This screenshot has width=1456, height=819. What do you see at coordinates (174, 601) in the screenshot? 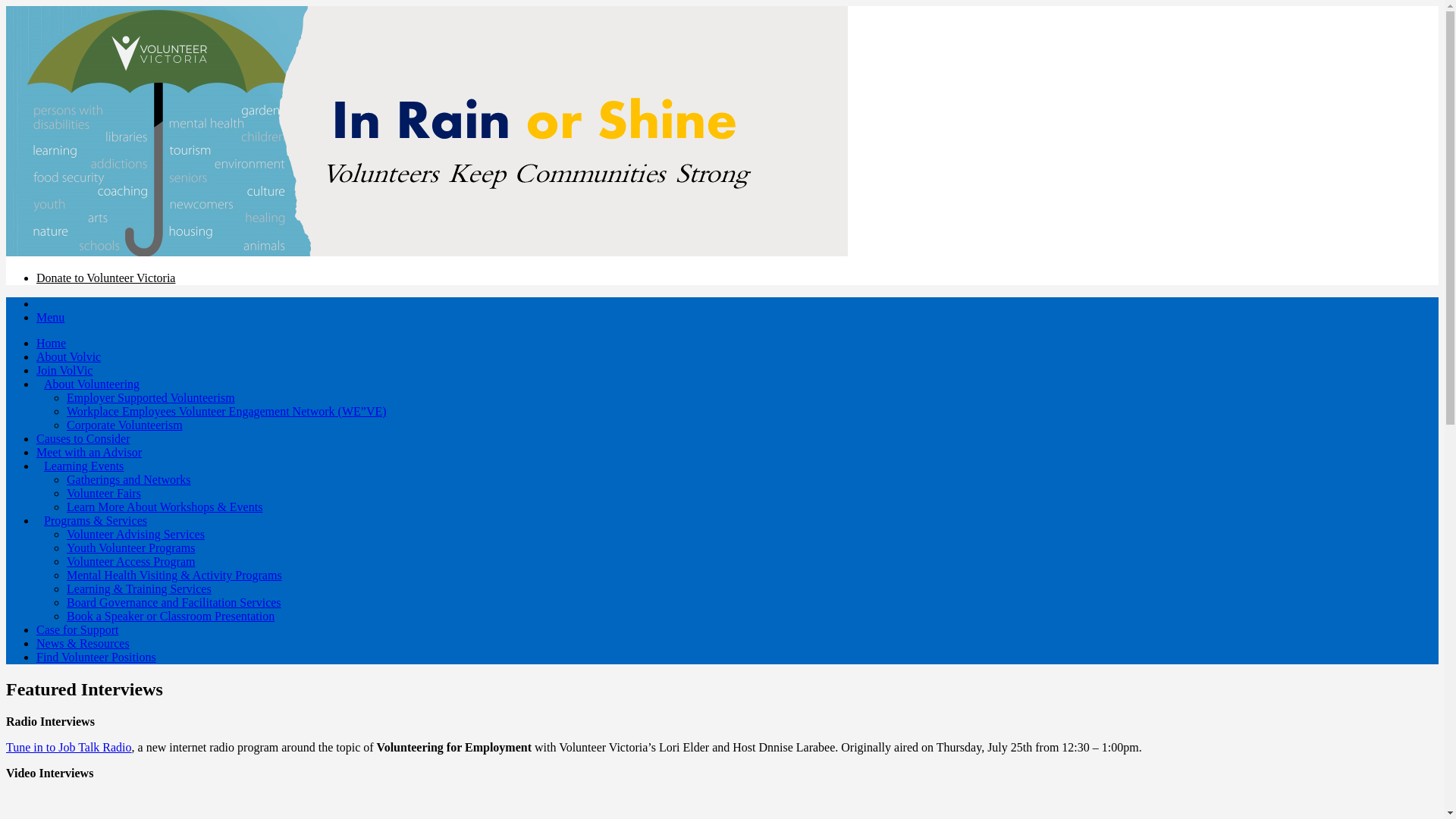
I see `'Board Governance and Facilitation Services'` at bounding box center [174, 601].